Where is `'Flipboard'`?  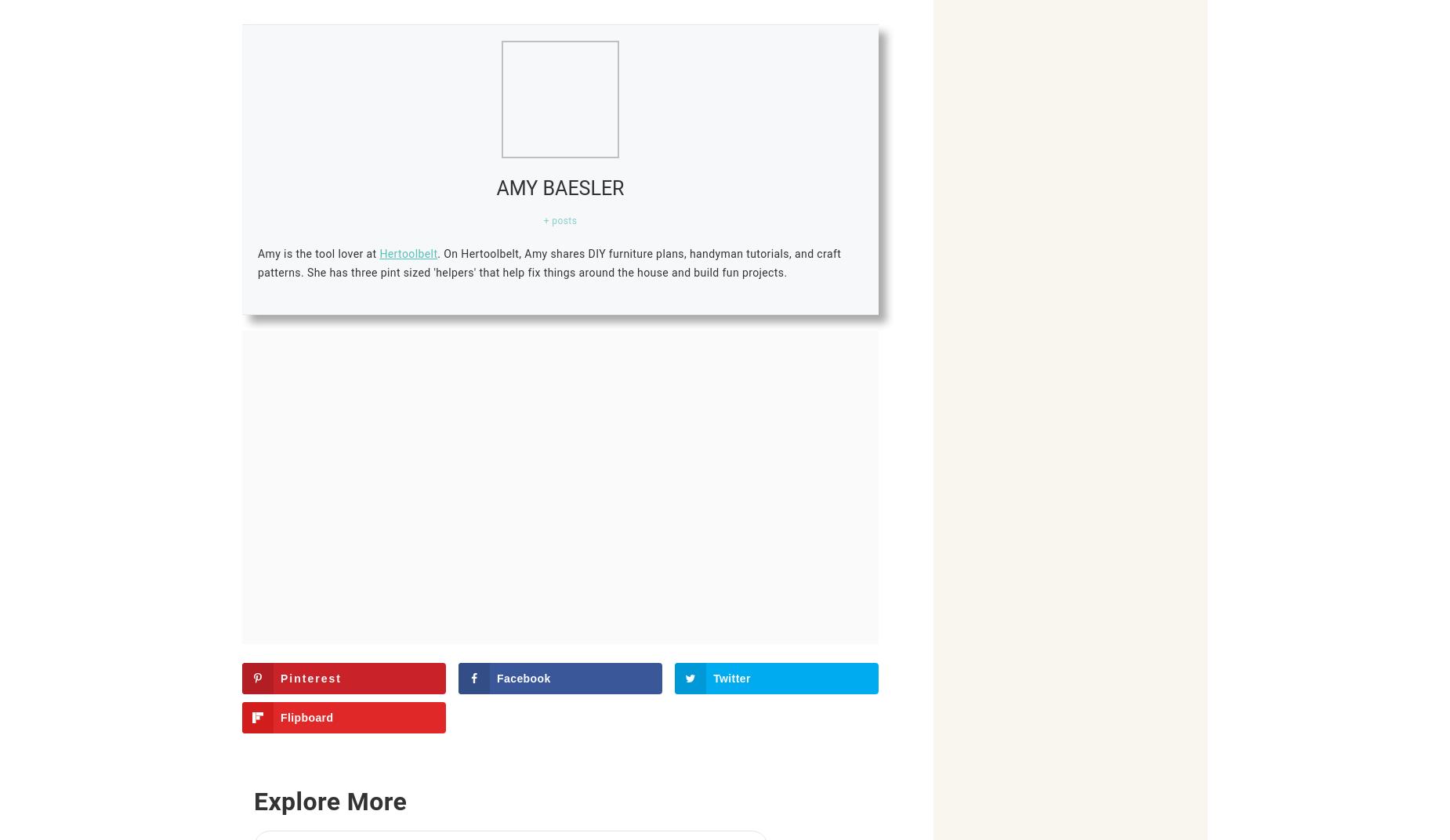
'Flipboard' is located at coordinates (306, 718).